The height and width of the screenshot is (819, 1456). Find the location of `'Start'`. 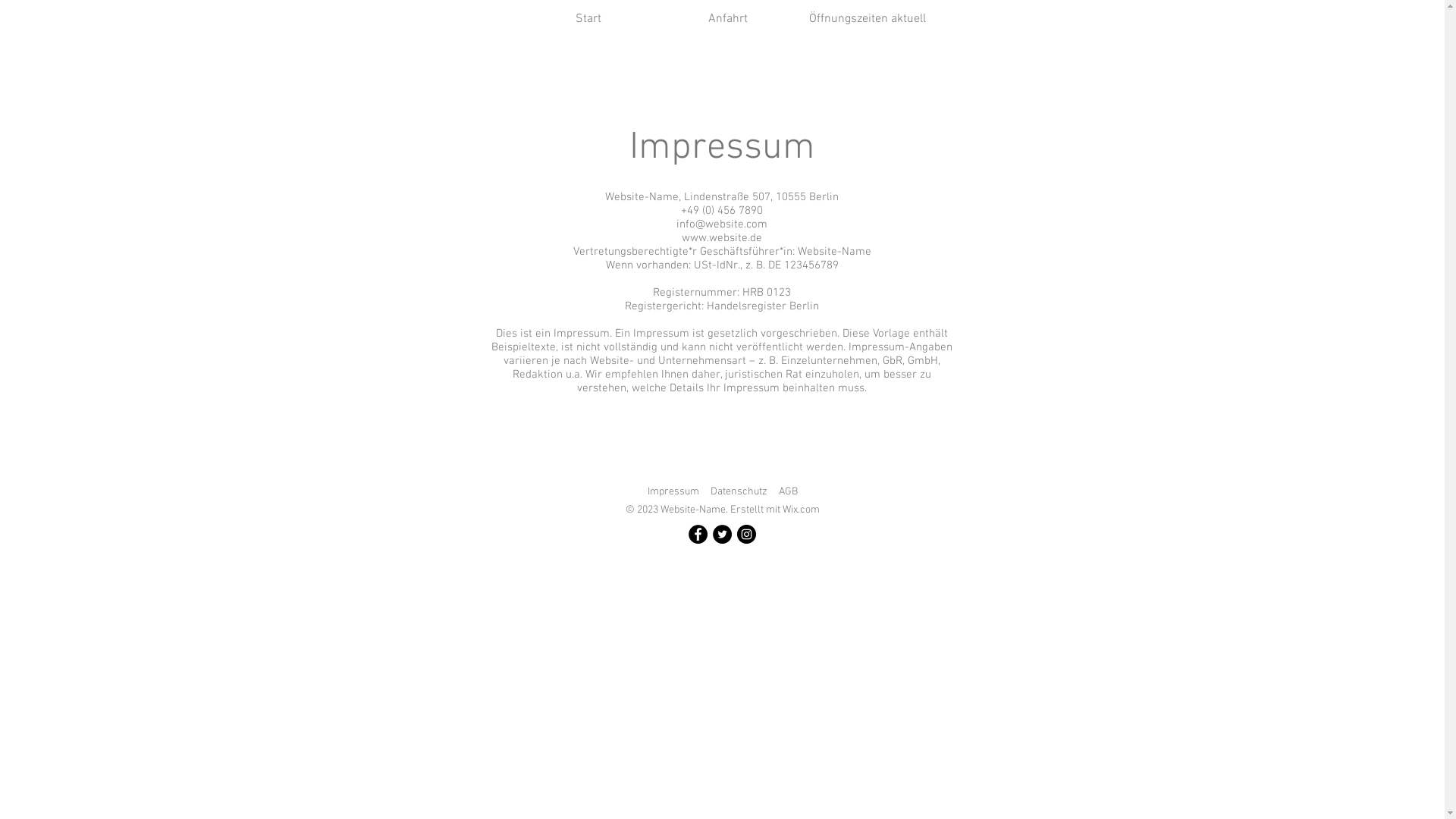

'Start' is located at coordinates (588, 19).